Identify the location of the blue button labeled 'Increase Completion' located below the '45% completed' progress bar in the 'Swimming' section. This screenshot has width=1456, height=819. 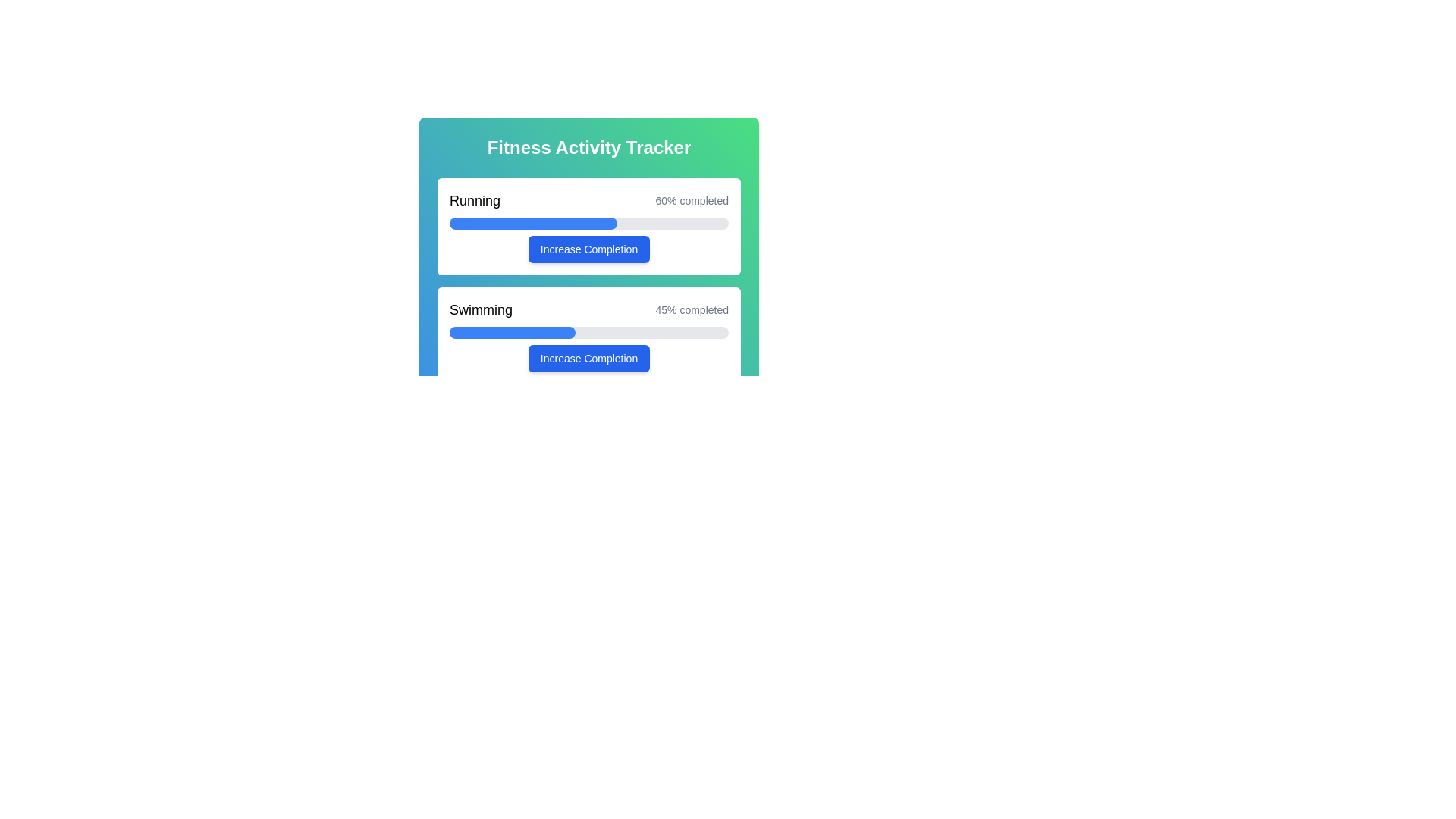
(588, 359).